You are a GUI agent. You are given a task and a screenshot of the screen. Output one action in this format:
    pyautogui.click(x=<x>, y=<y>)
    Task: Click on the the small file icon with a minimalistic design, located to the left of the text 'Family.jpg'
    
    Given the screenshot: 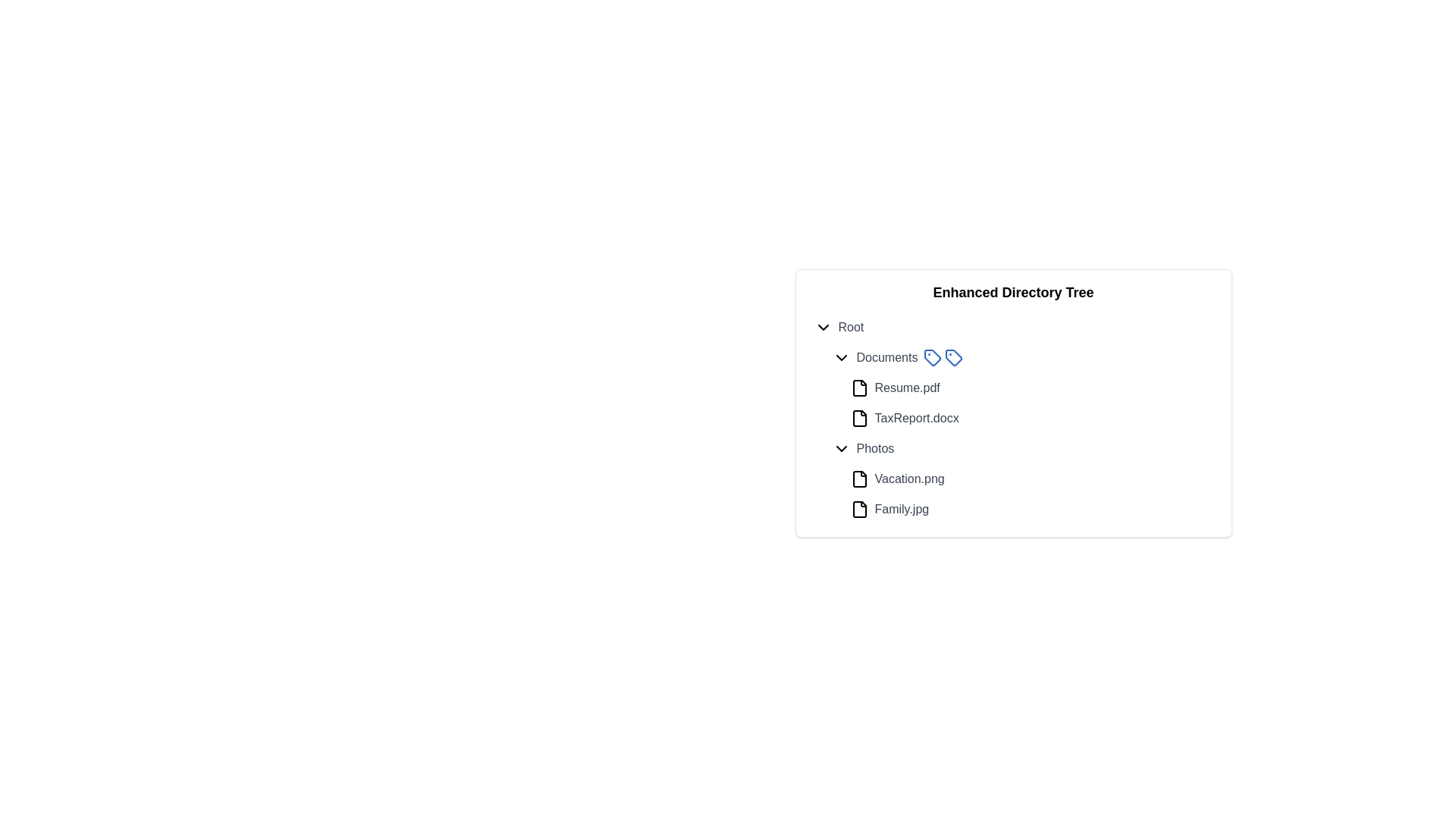 What is the action you would take?
    pyautogui.click(x=859, y=509)
    